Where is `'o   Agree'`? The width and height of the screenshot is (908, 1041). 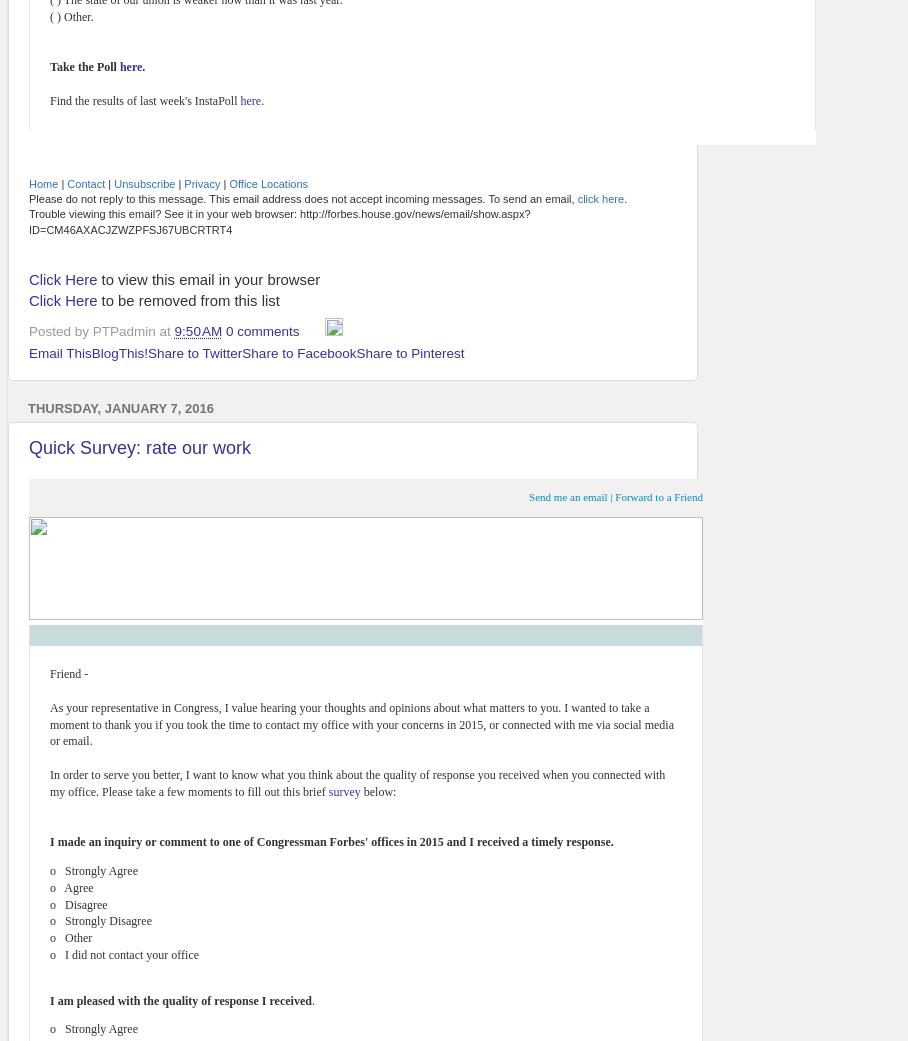
'o   Agree' is located at coordinates (50, 886).